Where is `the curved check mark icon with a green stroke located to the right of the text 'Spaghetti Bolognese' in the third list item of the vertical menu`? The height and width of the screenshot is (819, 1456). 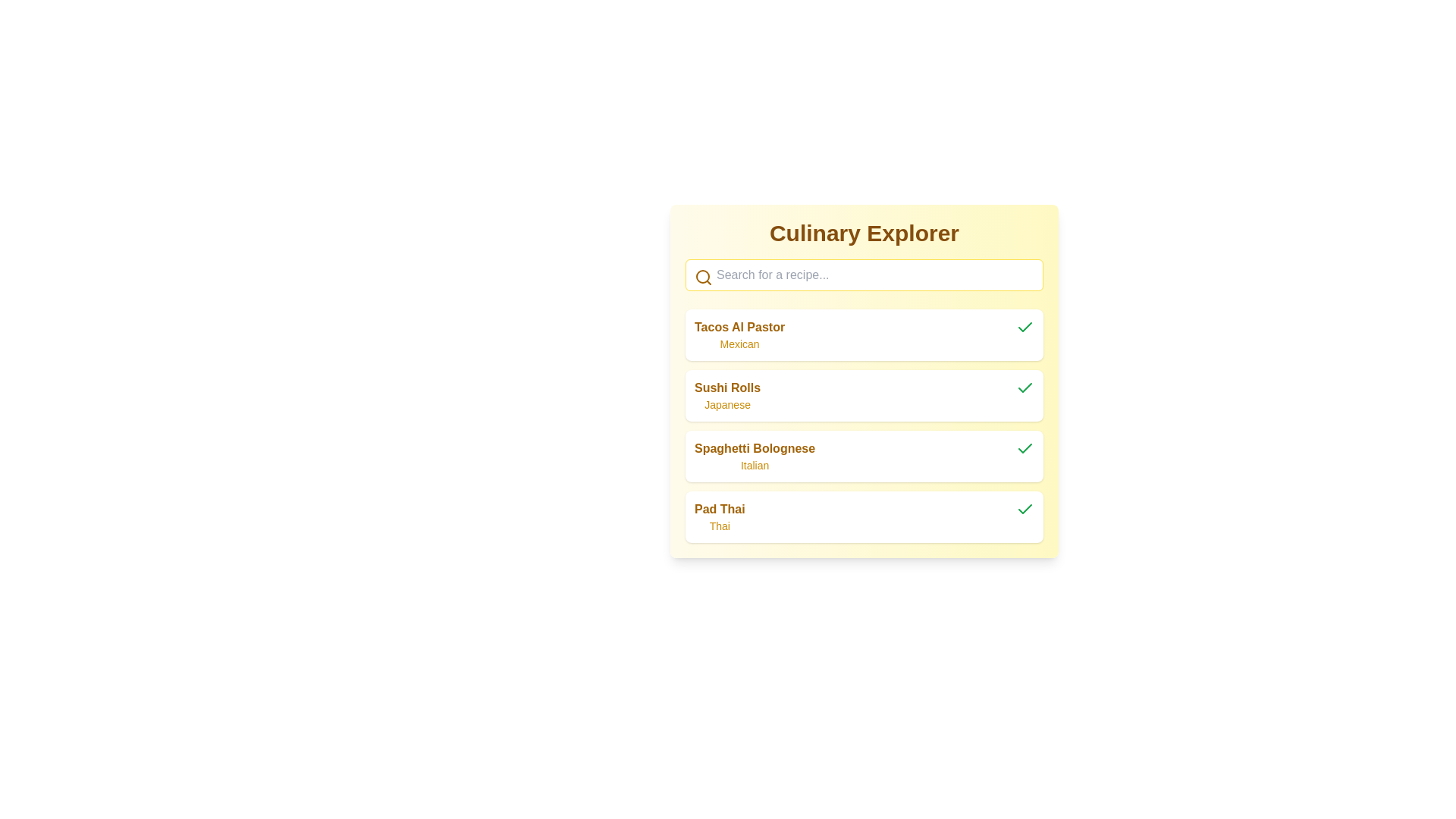 the curved check mark icon with a green stroke located to the right of the text 'Spaghetti Bolognese' in the third list item of the vertical menu is located at coordinates (1025, 509).